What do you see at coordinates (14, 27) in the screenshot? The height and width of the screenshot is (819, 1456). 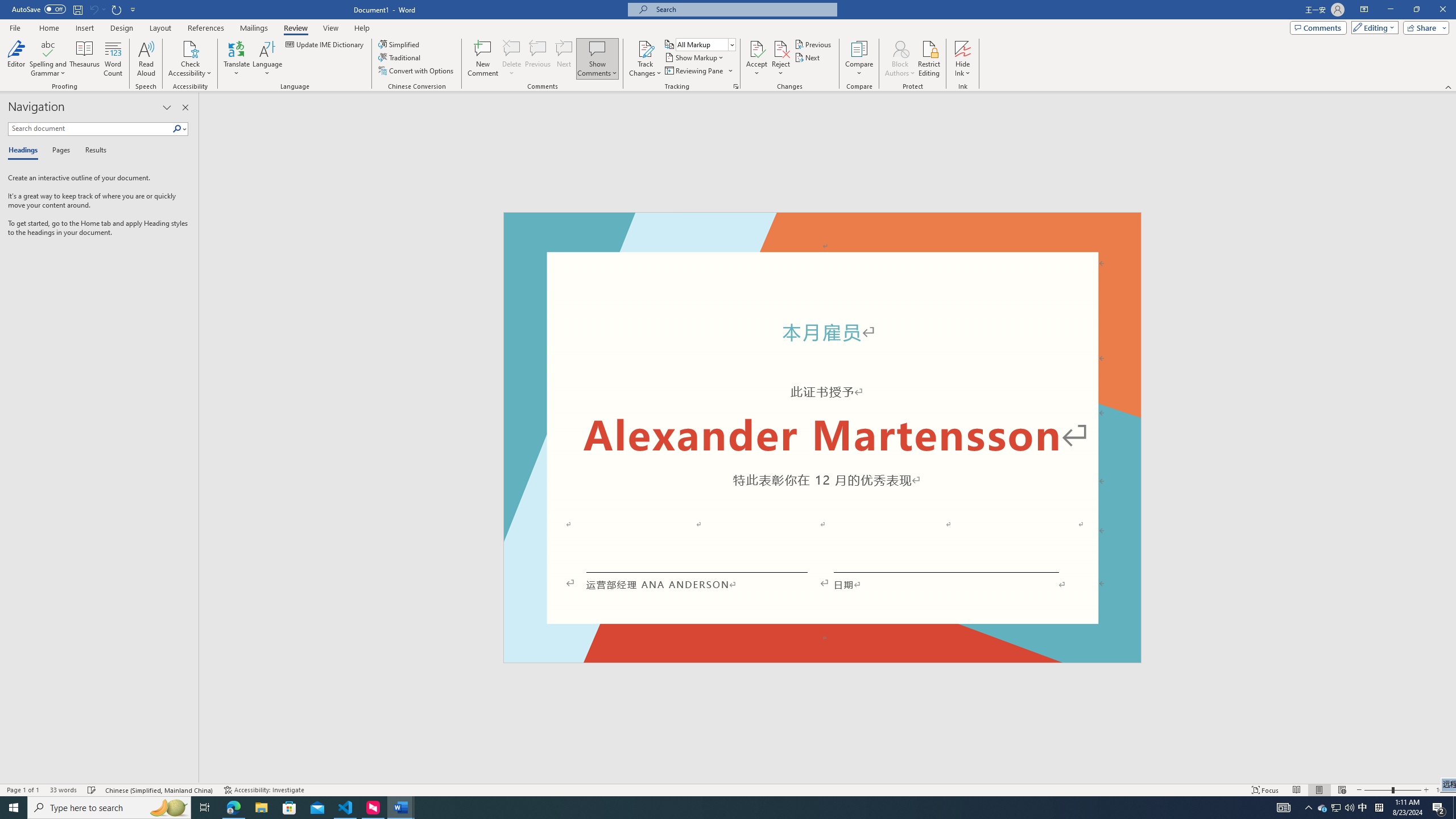 I see `'File Tab'` at bounding box center [14, 27].